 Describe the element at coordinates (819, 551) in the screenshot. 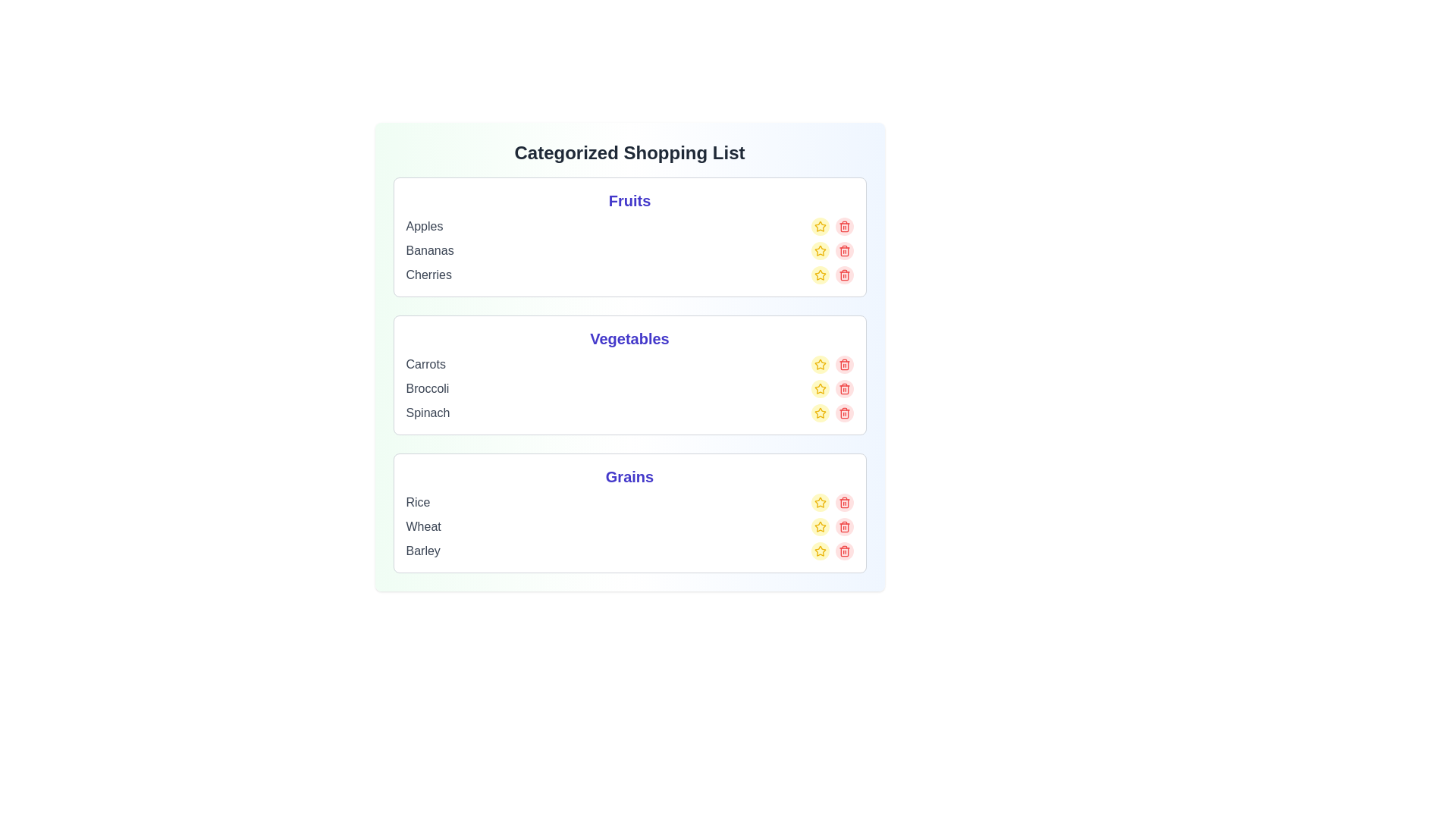

I see `the star icon of the item Barley to mark it as favorite` at that location.